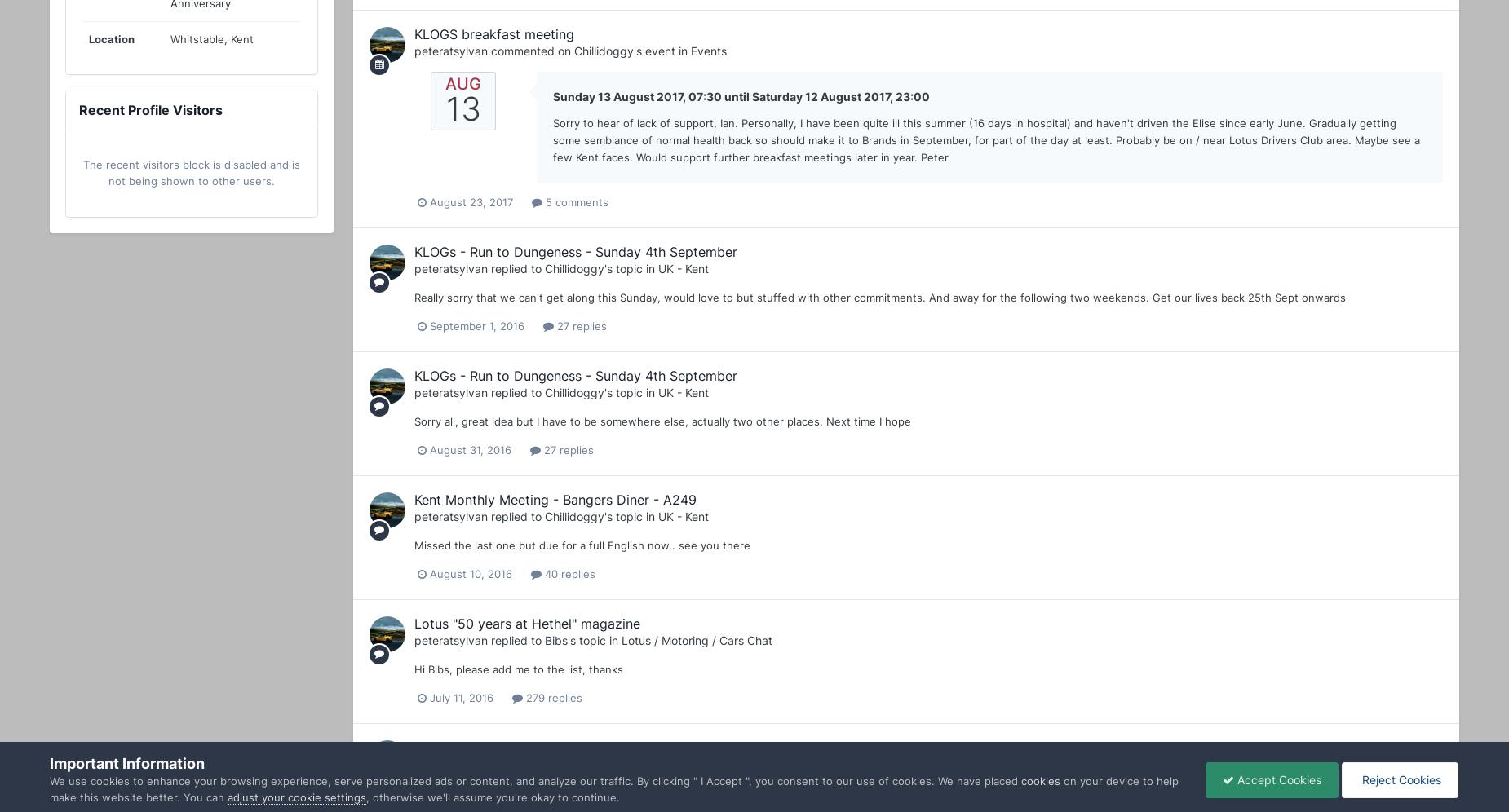 Image resolution: width=1509 pixels, height=812 pixels. Describe the element at coordinates (111, 38) in the screenshot. I see `'Location'` at that location.